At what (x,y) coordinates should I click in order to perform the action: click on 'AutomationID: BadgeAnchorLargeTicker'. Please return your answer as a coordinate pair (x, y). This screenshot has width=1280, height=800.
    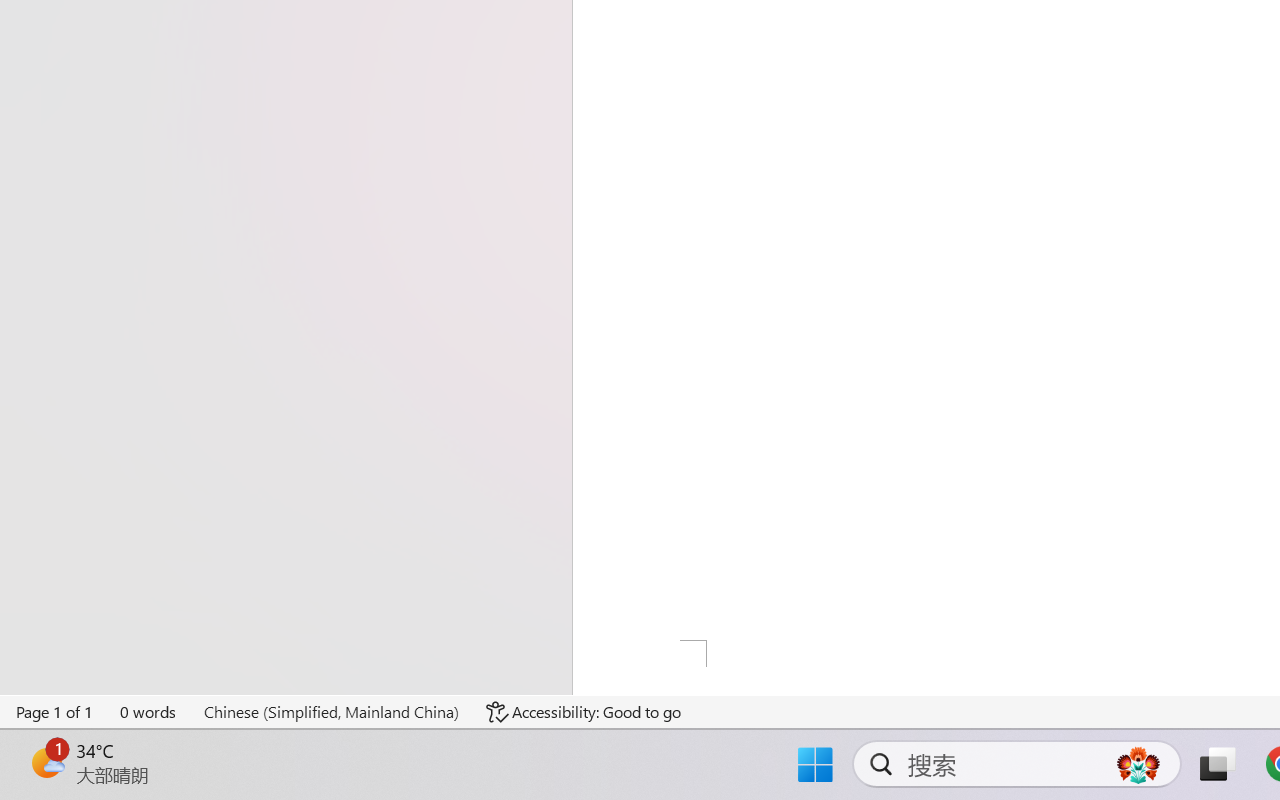
    Looking at the image, I should click on (46, 762).